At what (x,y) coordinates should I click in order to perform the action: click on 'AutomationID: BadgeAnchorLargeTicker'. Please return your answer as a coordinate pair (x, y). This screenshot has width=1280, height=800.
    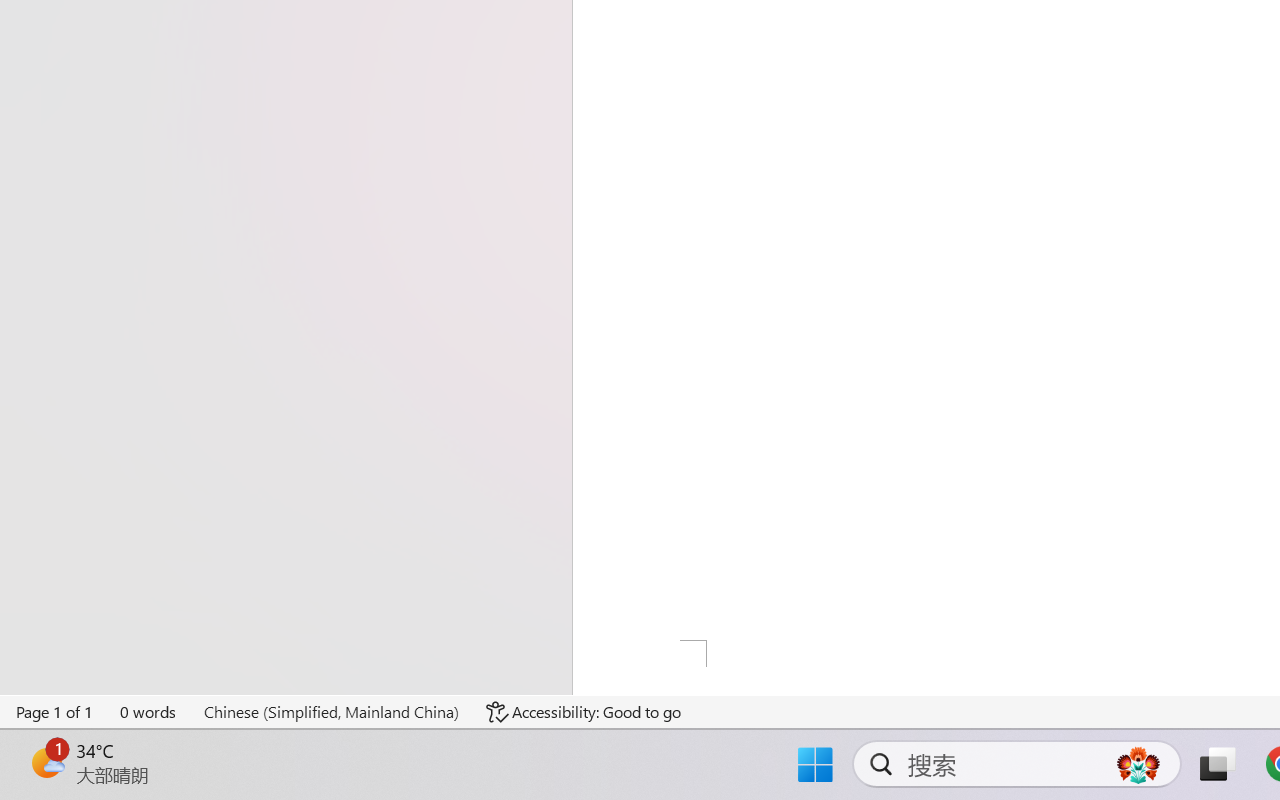
    Looking at the image, I should click on (46, 762).